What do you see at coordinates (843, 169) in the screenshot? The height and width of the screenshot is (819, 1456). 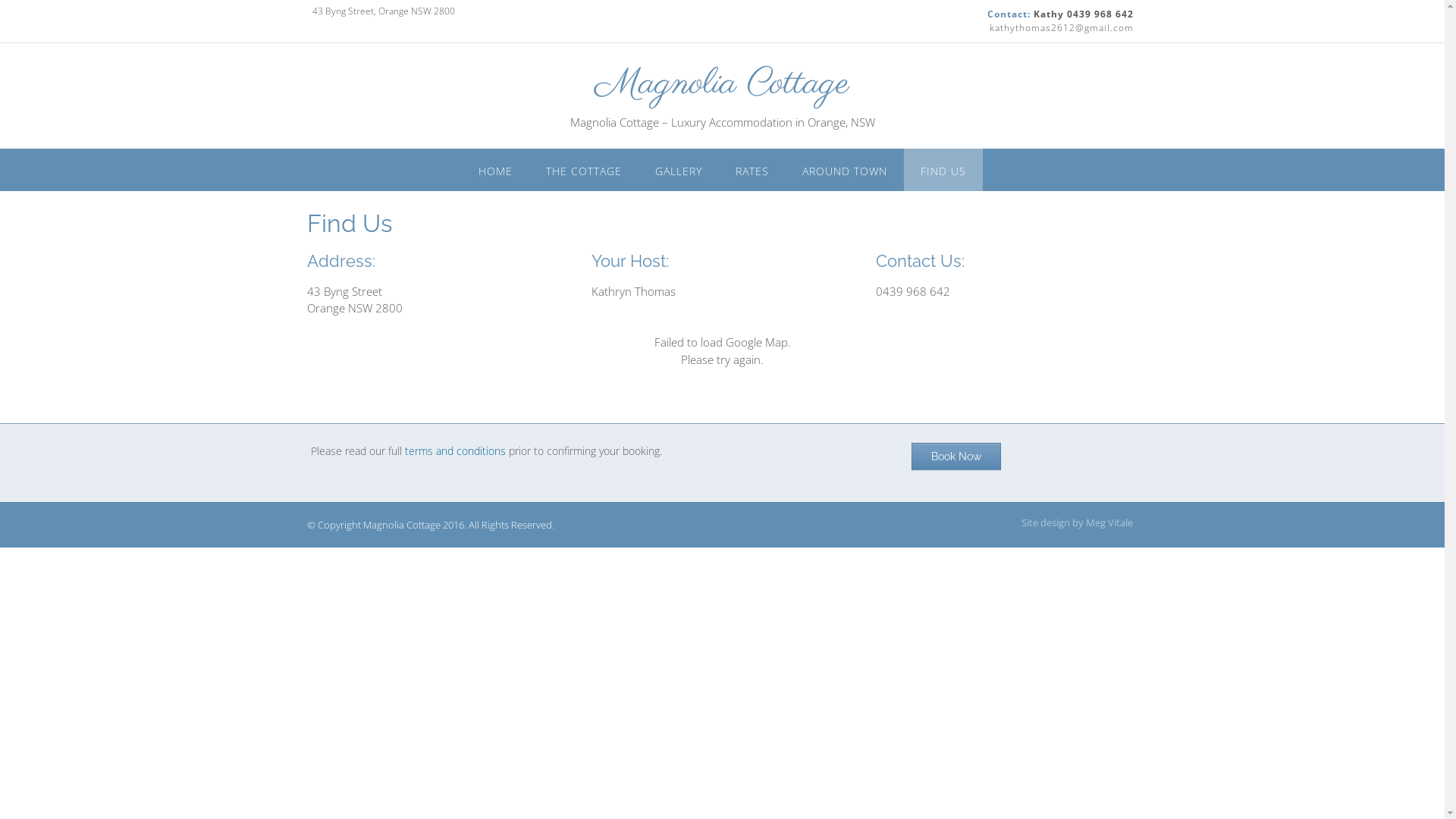 I see `'AROUND TOWN'` at bounding box center [843, 169].